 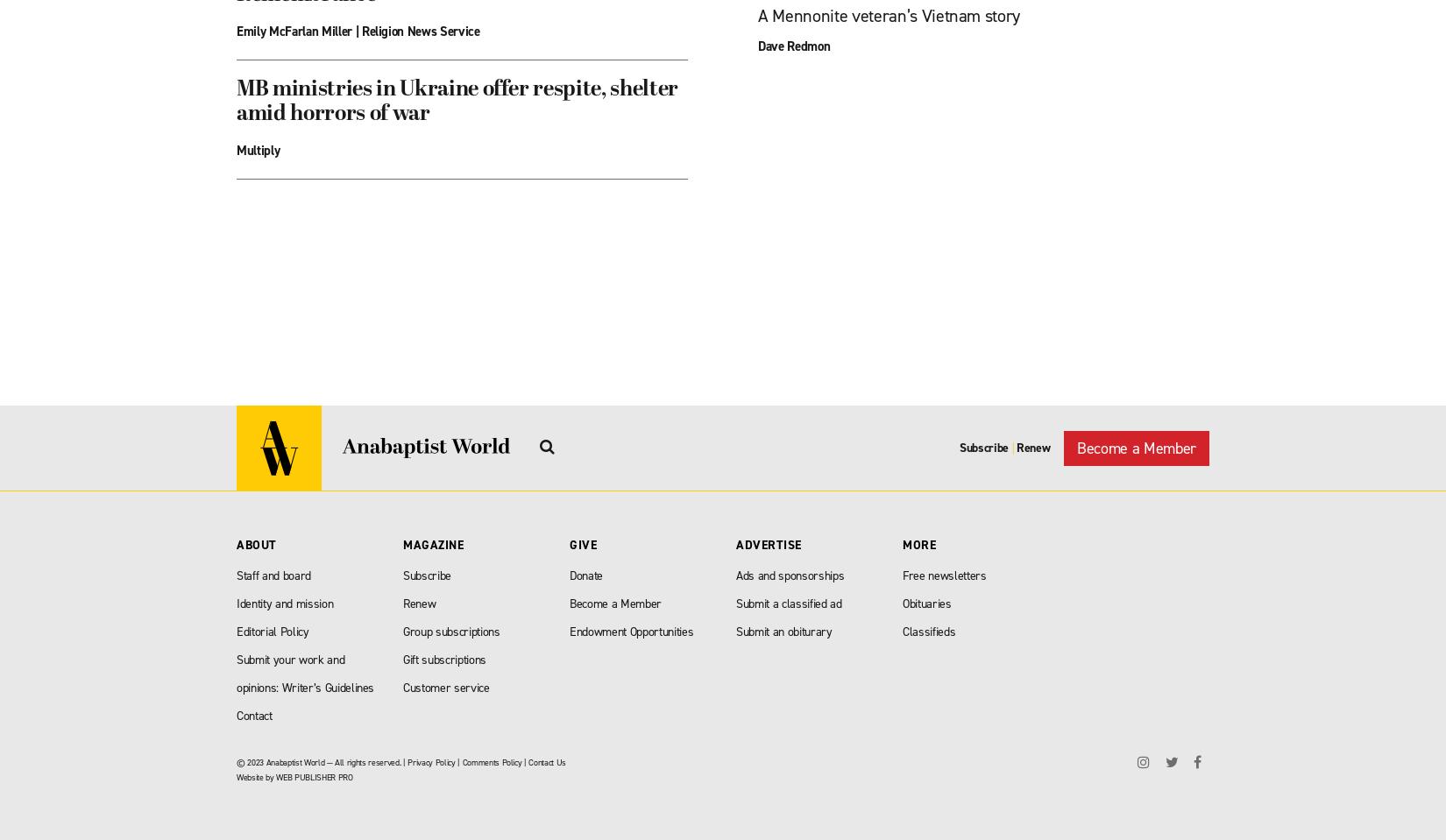 I want to click on 'Ads and sponsorships', so click(x=790, y=575).